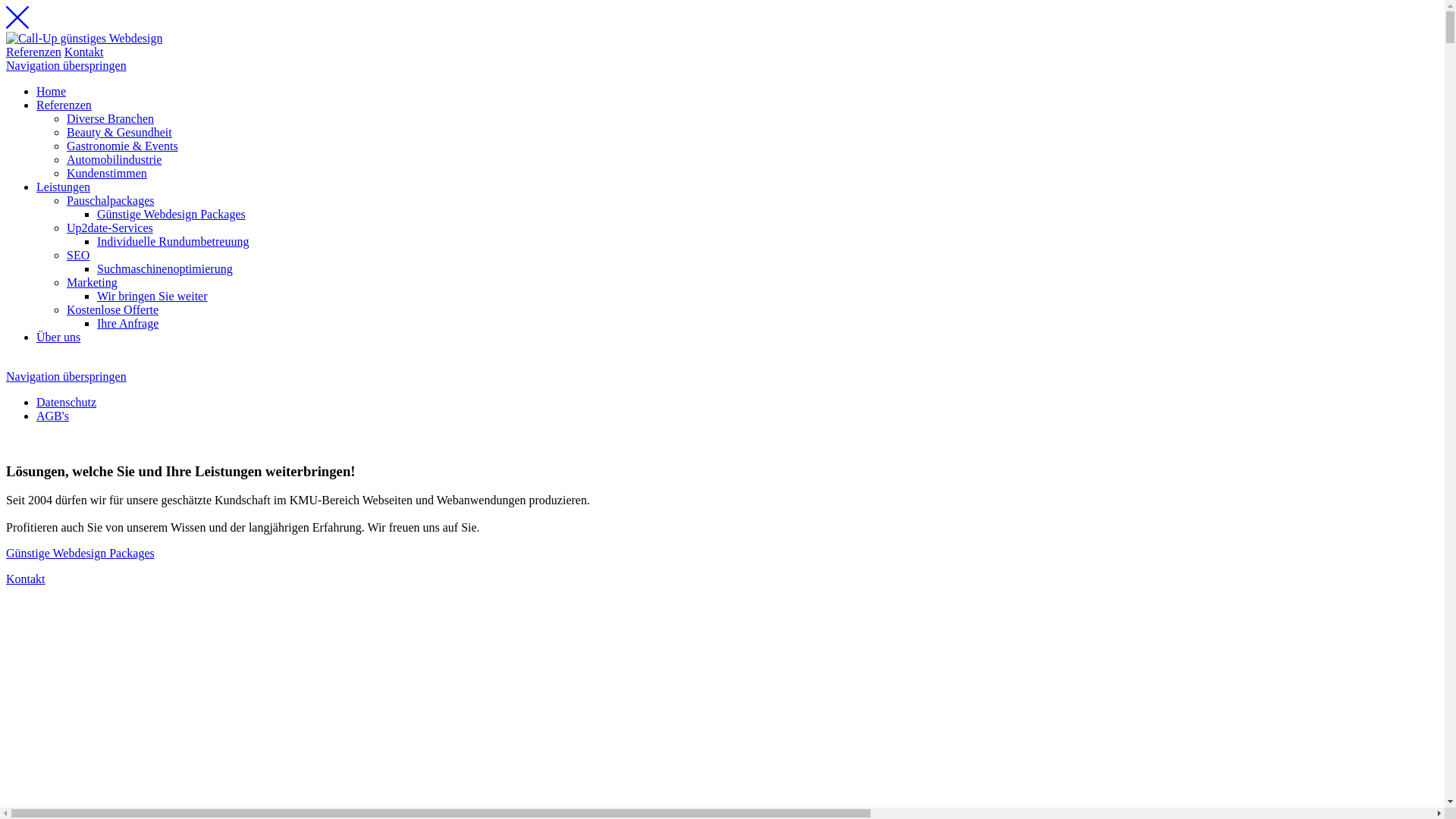 The width and height of the screenshot is (1456, 819). Describe the element at coordinates (63, 104) in the screenshot. I see `'Referenzen'` at that location.